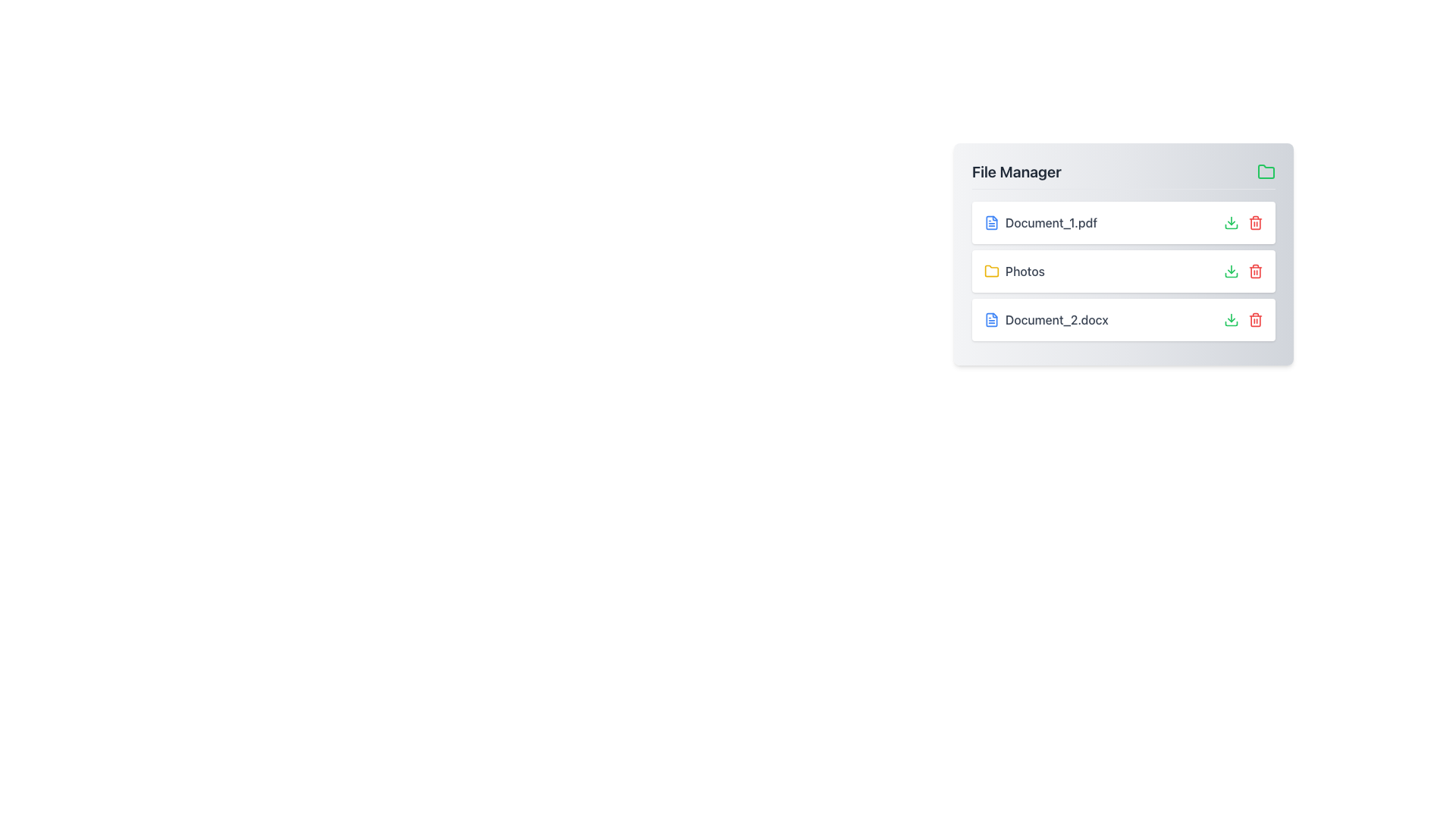 The image size is (1456, 819). I want to click on the document icon labeled 'Document_1.pdf', which has a classic blue document outline with a folded corner, so click(992, 318).